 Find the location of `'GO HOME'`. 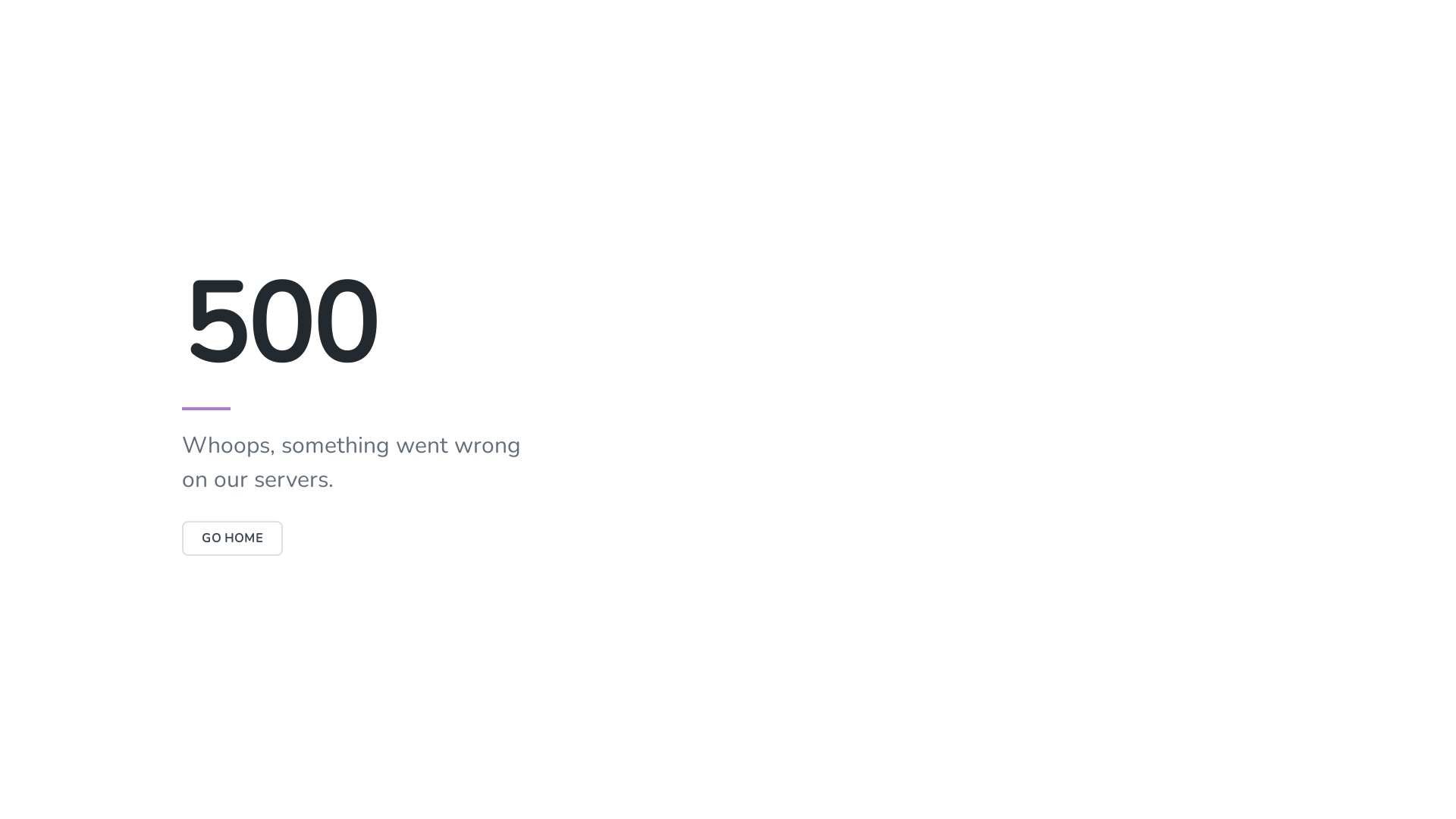

'GO HOME' is located at coordinates (231, 537).